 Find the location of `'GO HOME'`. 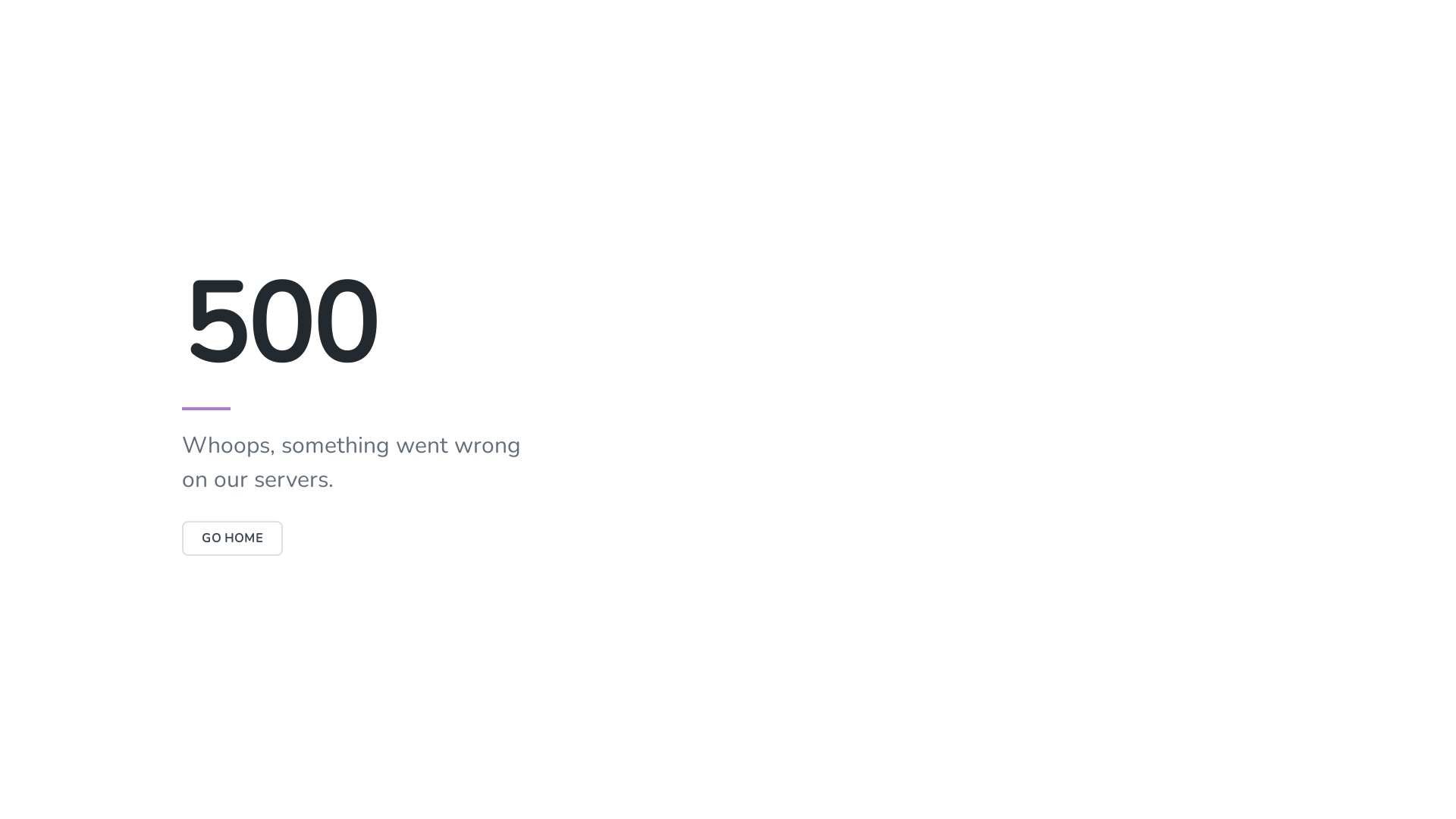

'GO HOME' is located at coordinates (231, 537).